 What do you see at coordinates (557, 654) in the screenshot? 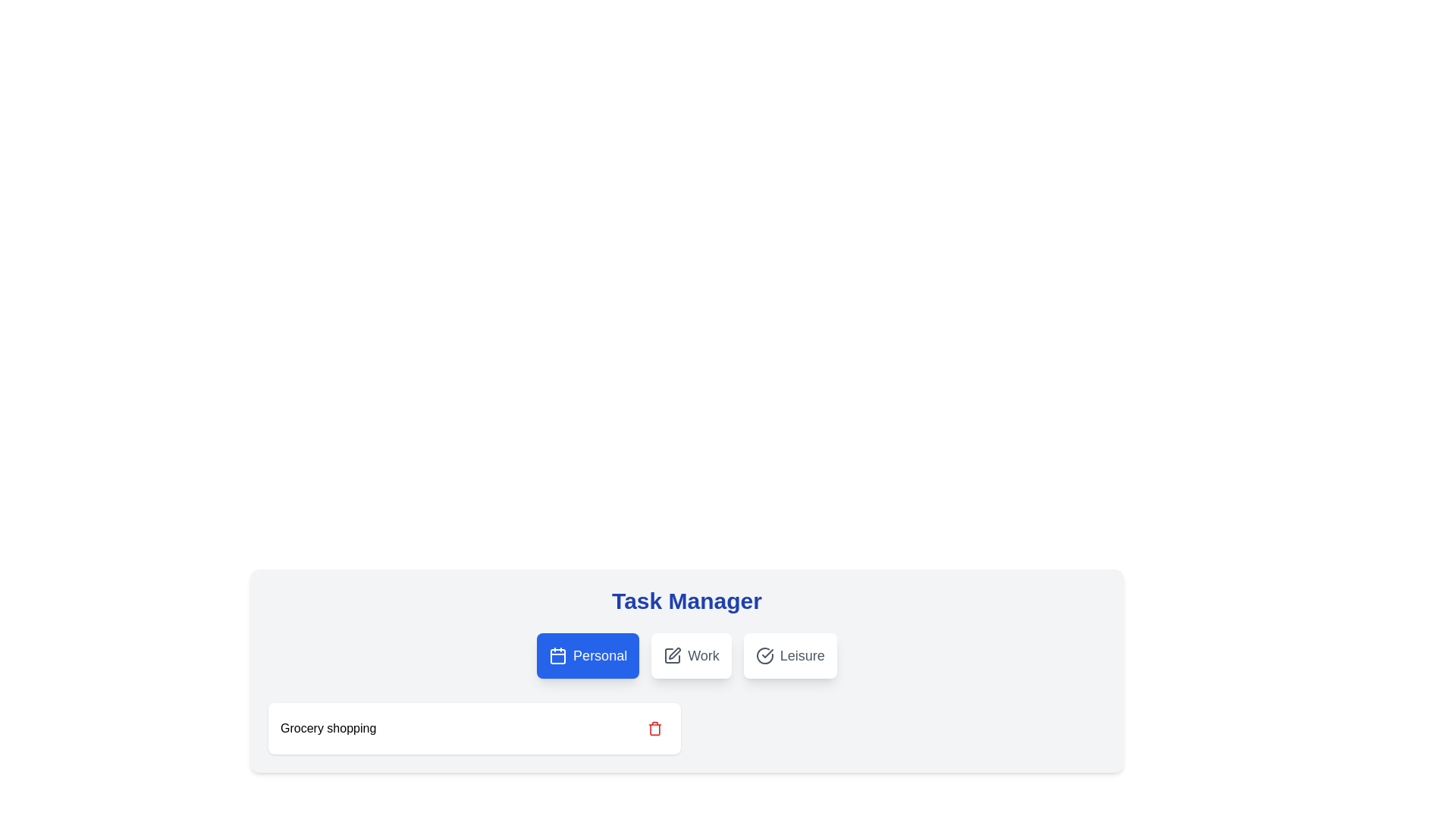
I see `the calendar icon representing the 'Personal' category in the task manager interface` at bounding box center [557, 654].